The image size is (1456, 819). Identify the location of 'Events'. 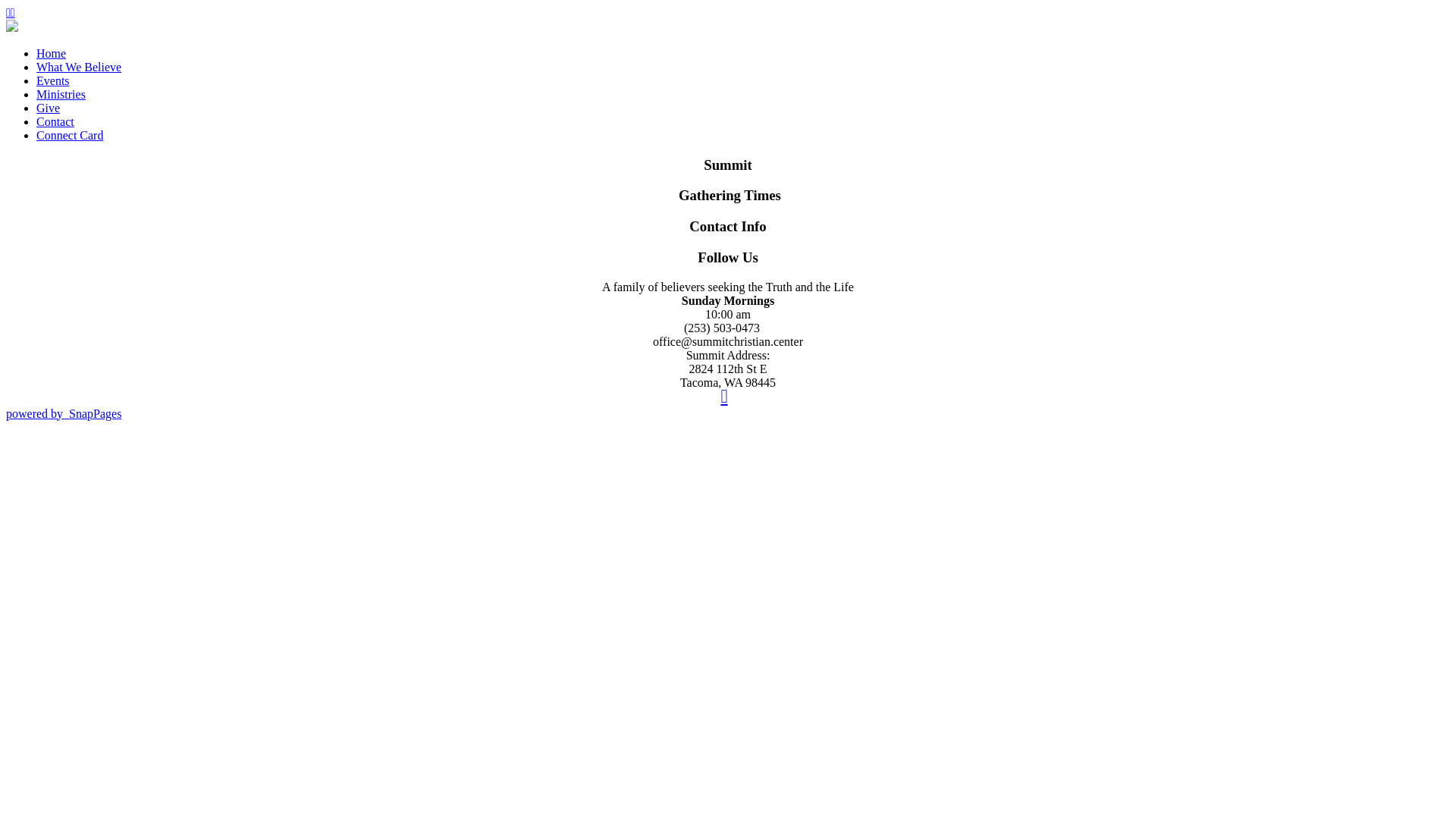
(36, 80).